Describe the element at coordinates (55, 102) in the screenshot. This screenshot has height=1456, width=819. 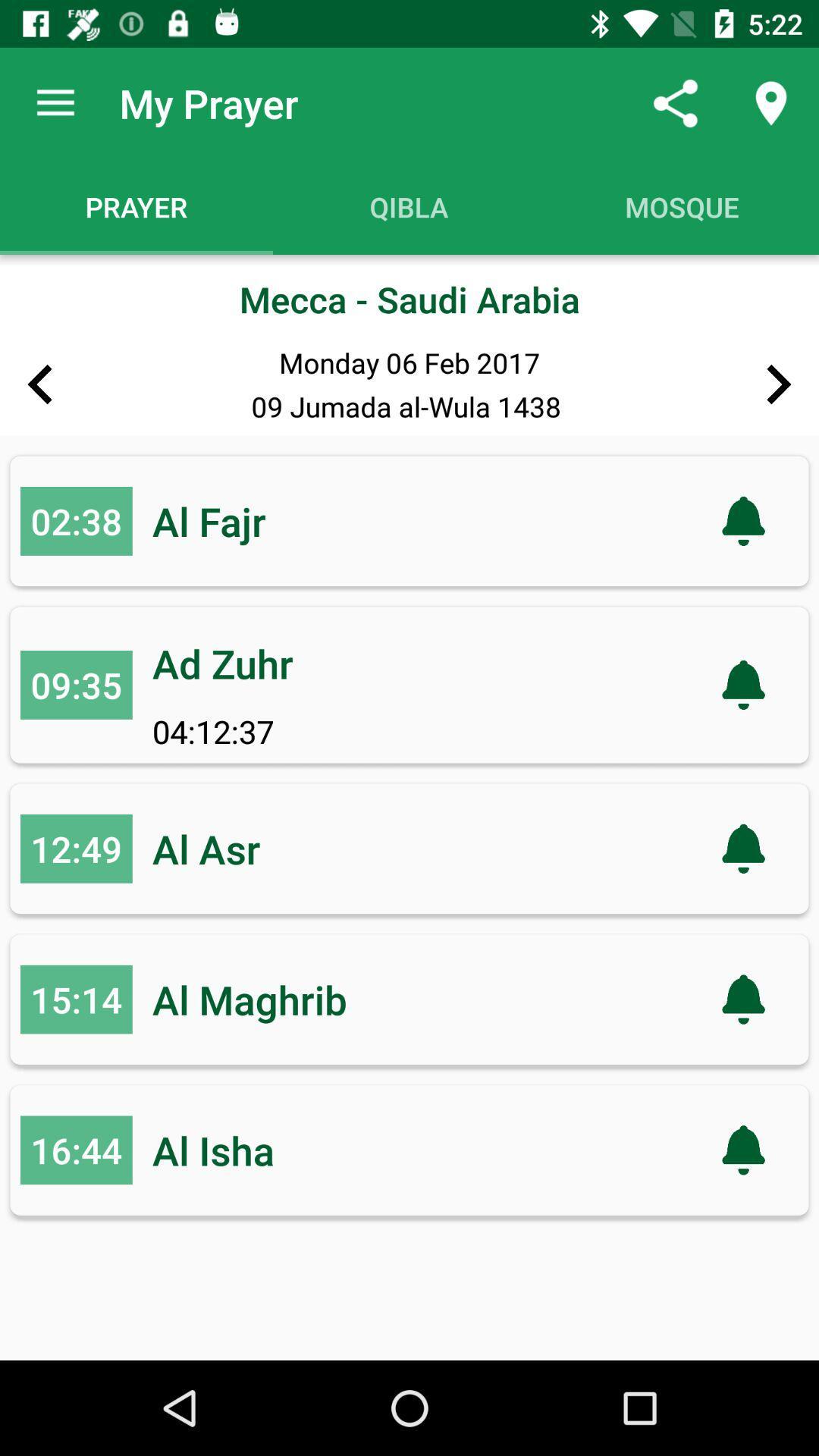
I see `the icon above prayer icon` at that location.